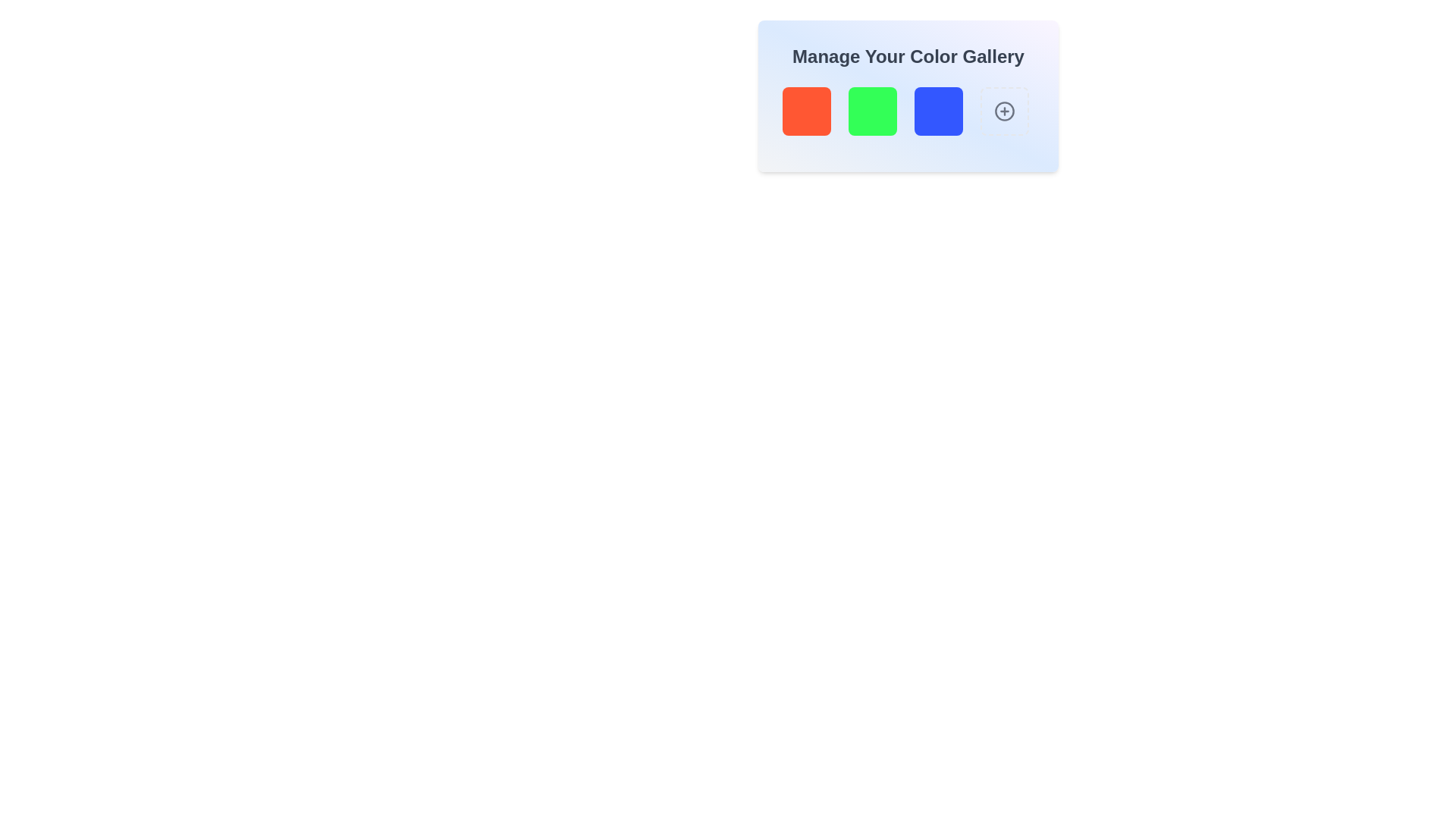 The height and width of the screenshot is (819, 1456). Describe the element at coordinates (1004, 110) in the screenshot. I see `the interactive button with a dashed border and a plus icon` at that location.